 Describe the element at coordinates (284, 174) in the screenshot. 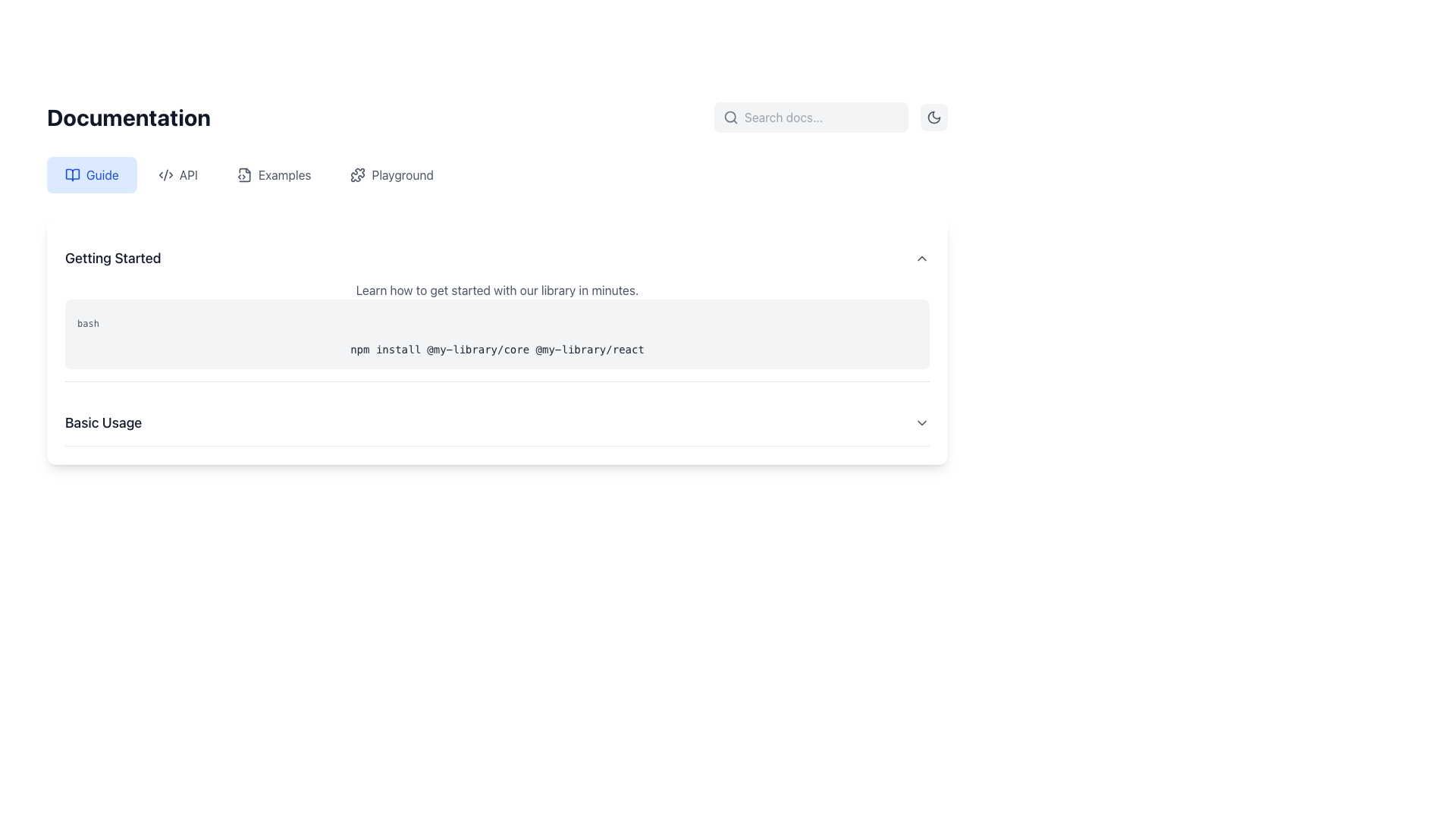

I see `the 'Examples' text label in the navigation menu` at that location.